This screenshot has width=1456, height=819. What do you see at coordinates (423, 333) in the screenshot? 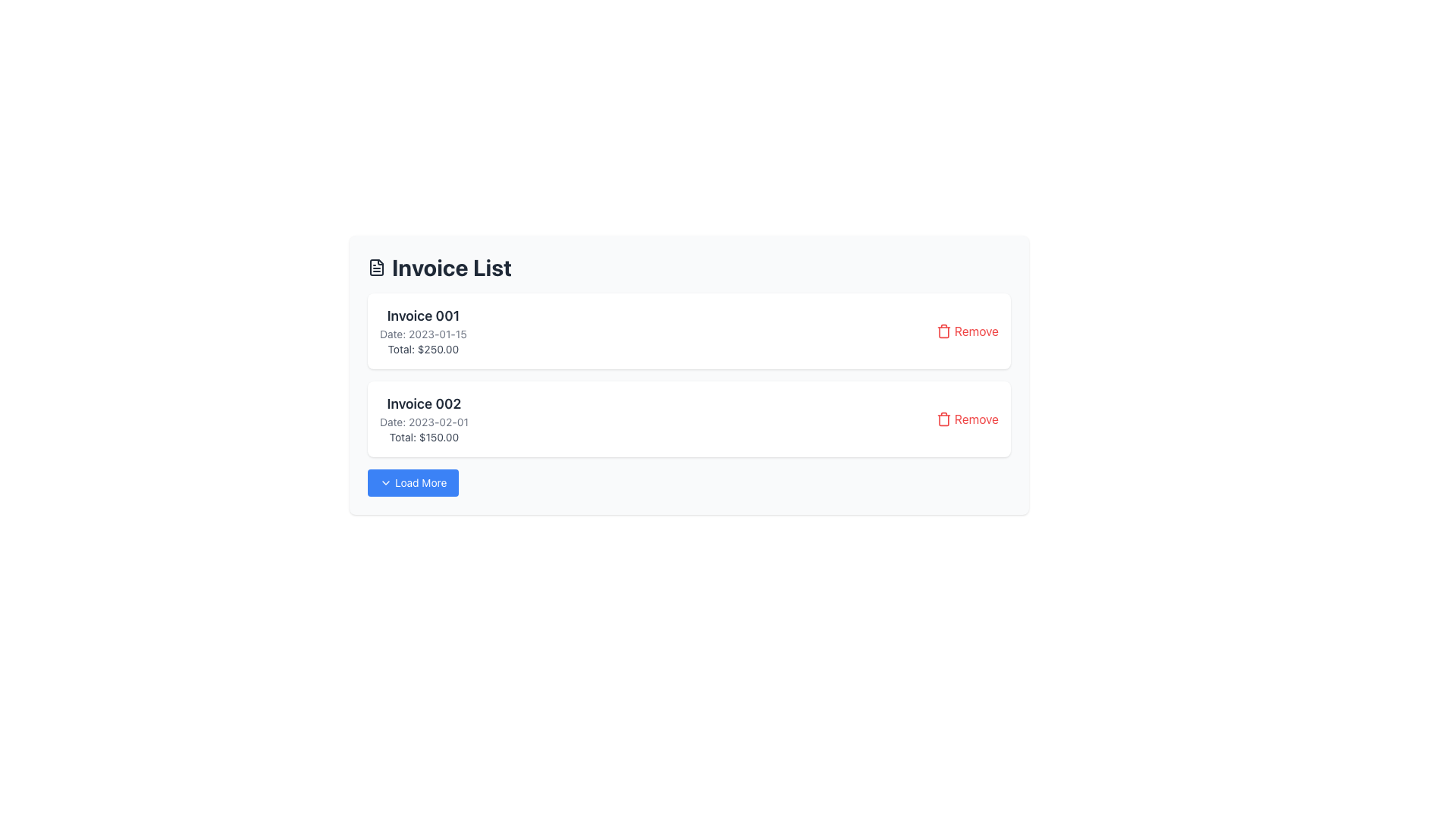
I see `date information displayed in the text label that shows 'Date: 2023-01-15', positioned below the 'Invoice 001' header and above the 'Total: $250.00' label` at bounding box center [423, 333].